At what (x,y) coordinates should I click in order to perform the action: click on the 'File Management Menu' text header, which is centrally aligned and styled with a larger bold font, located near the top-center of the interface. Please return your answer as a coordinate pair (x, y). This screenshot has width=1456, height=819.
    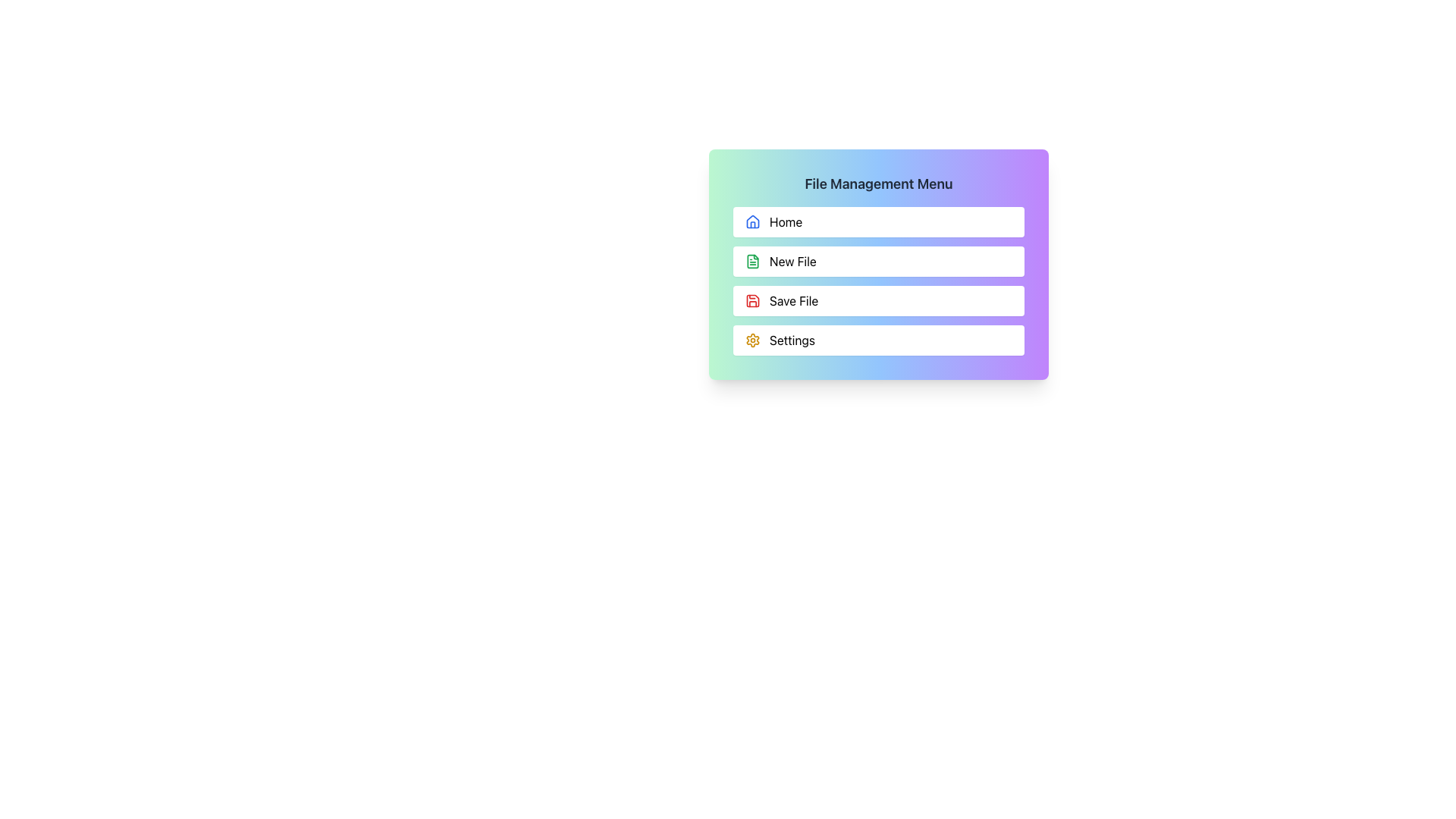
    Looking at the image, I should click on (878, 184).